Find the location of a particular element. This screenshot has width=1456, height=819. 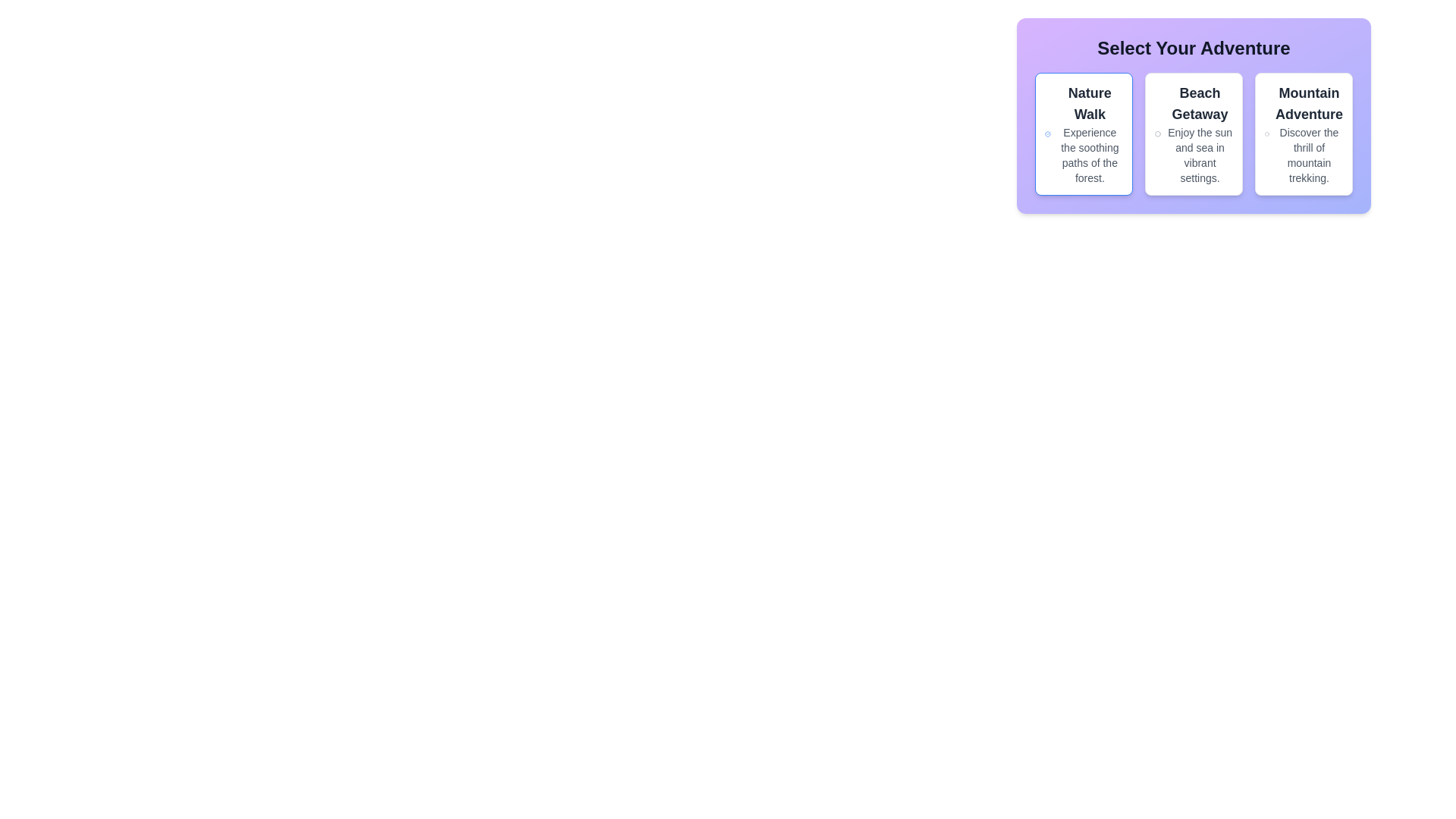

the text element that reads 'Experience the soothing paths of the forest.' located below 'Nature Walk' in the top-left card of the 'Select Your Adventure' section is located at coordinates (1089, 155).